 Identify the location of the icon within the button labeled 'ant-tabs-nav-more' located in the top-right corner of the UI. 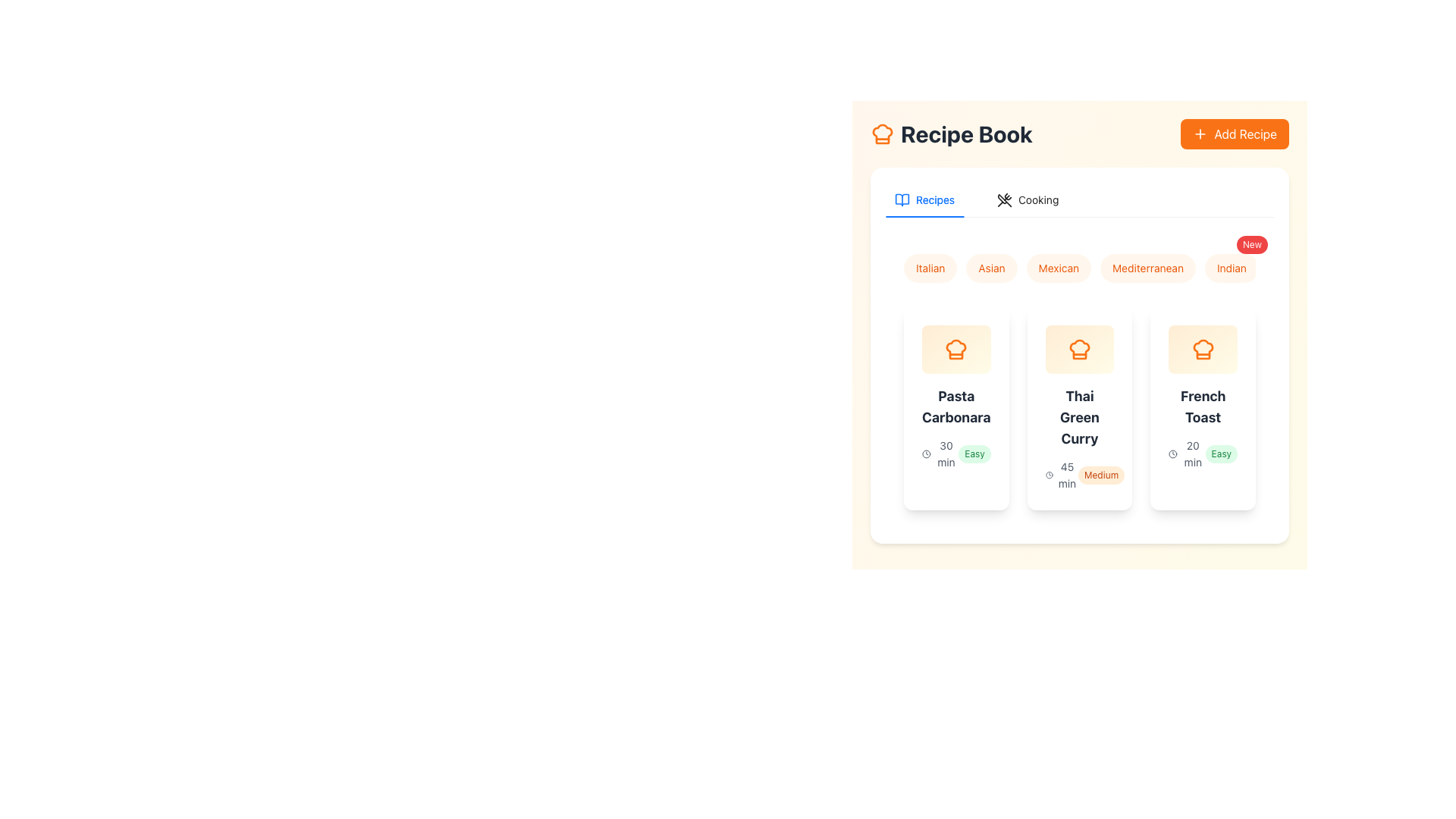
(902, 195).